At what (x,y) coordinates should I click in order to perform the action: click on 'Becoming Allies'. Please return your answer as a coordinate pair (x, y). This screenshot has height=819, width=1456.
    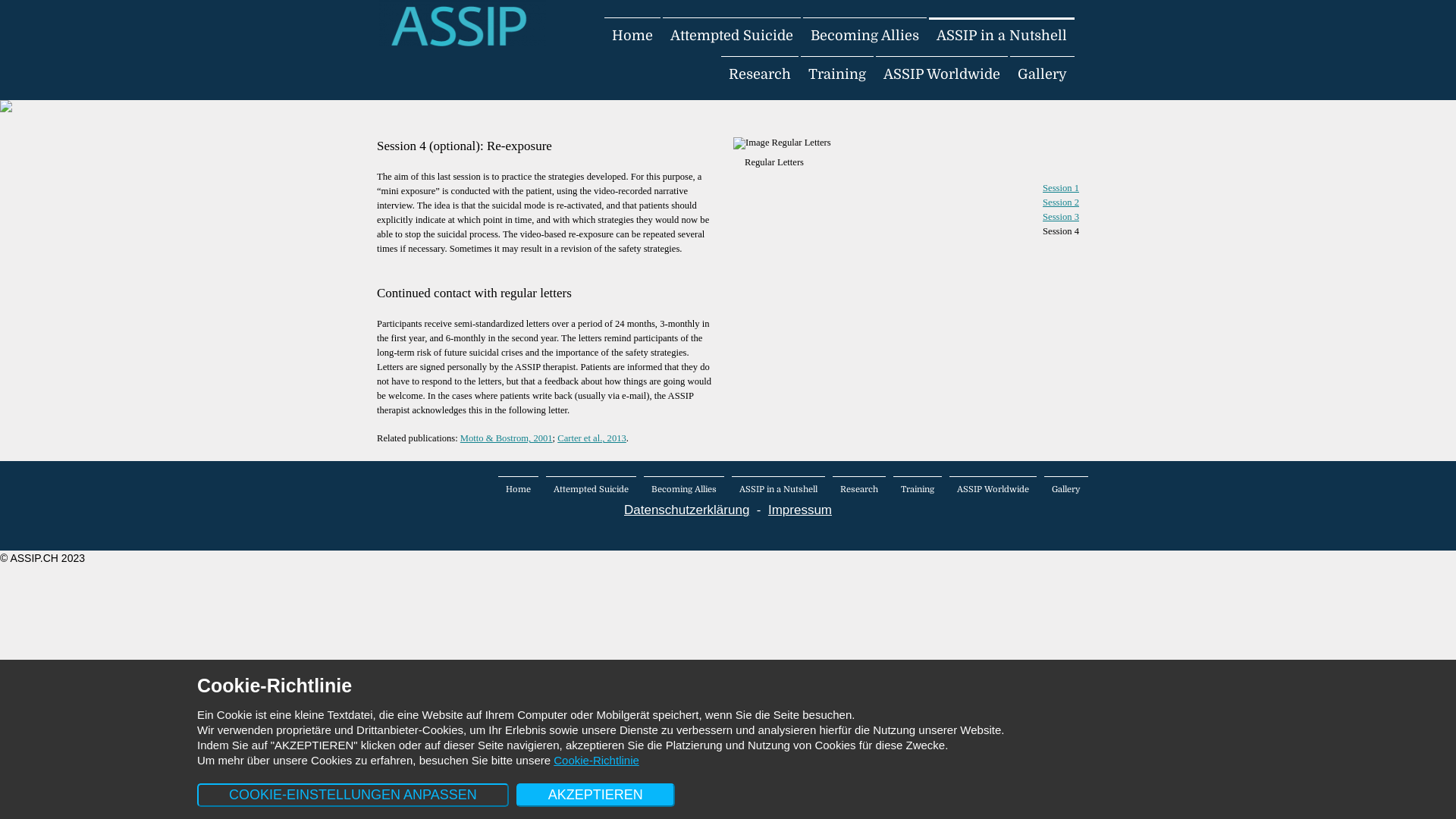
    Looking at the image, I should click on (864, 34).